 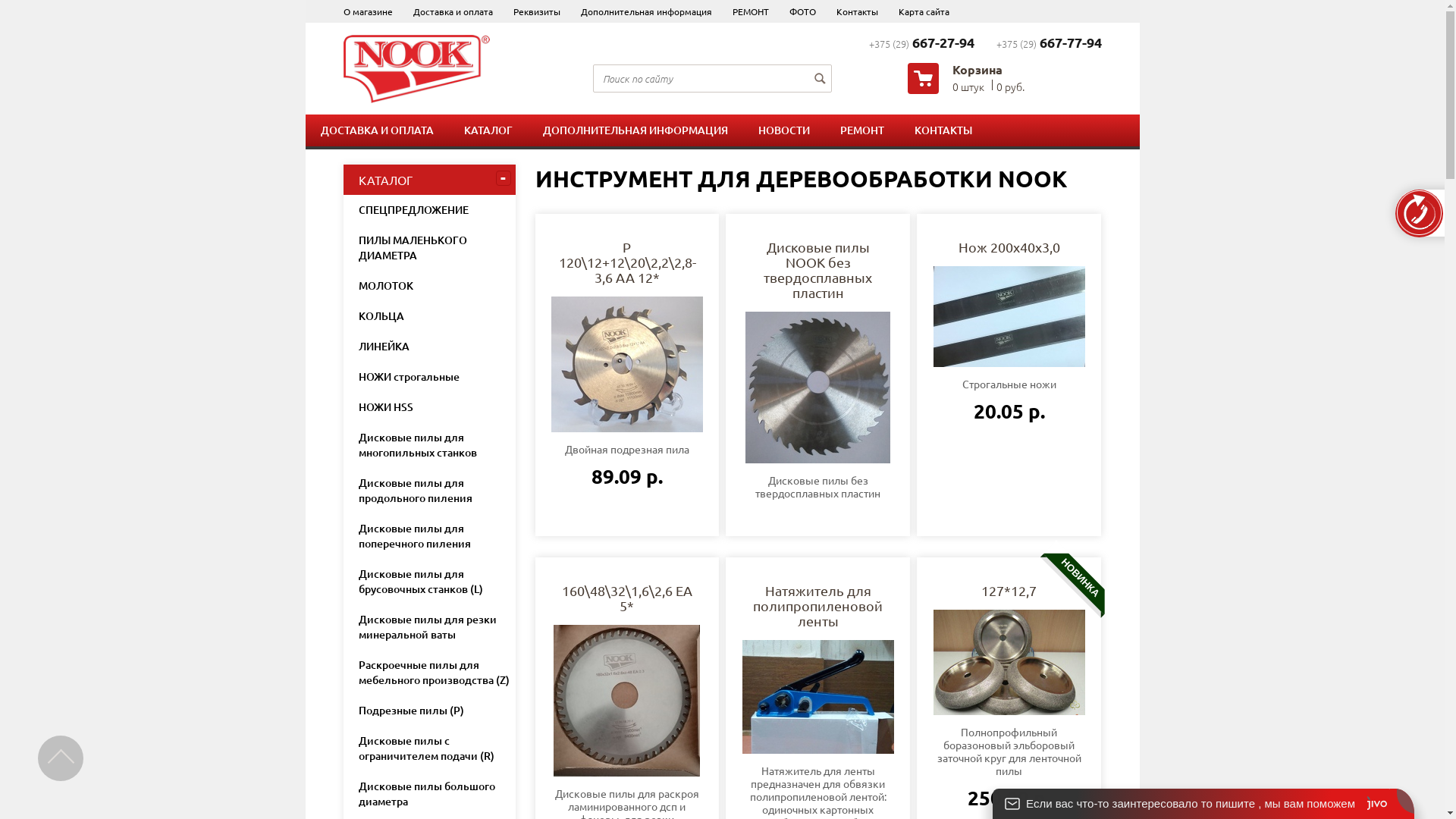 What do you see at coordinates (921, 42) in the screenshot?
I see `'+375 (29)667-27-94'` at bounding box center [921, 42].